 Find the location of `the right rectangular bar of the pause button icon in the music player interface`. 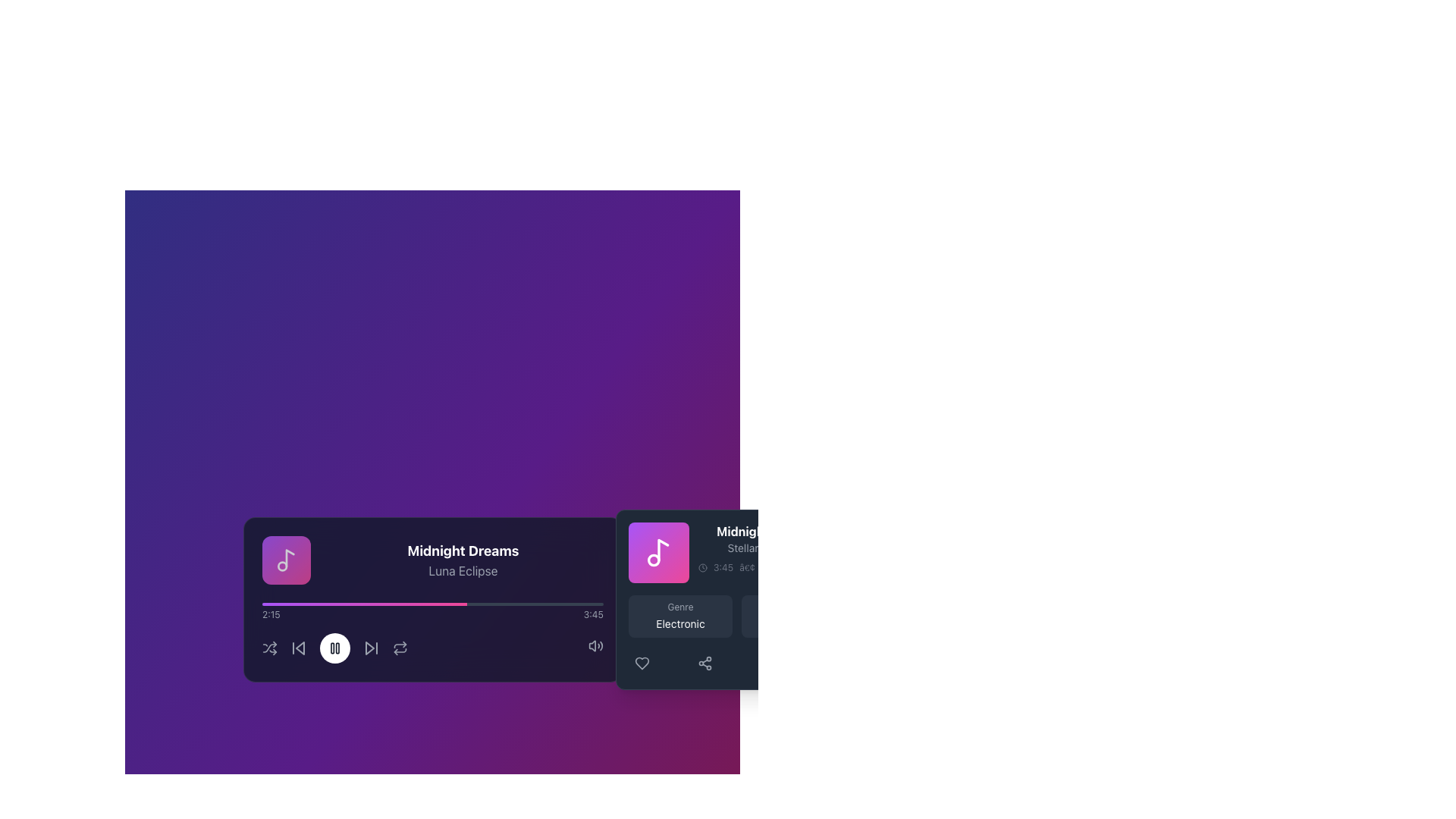

the right rectangular bar of the pause button icon in the music player interface is located at coordinates (336, 648).